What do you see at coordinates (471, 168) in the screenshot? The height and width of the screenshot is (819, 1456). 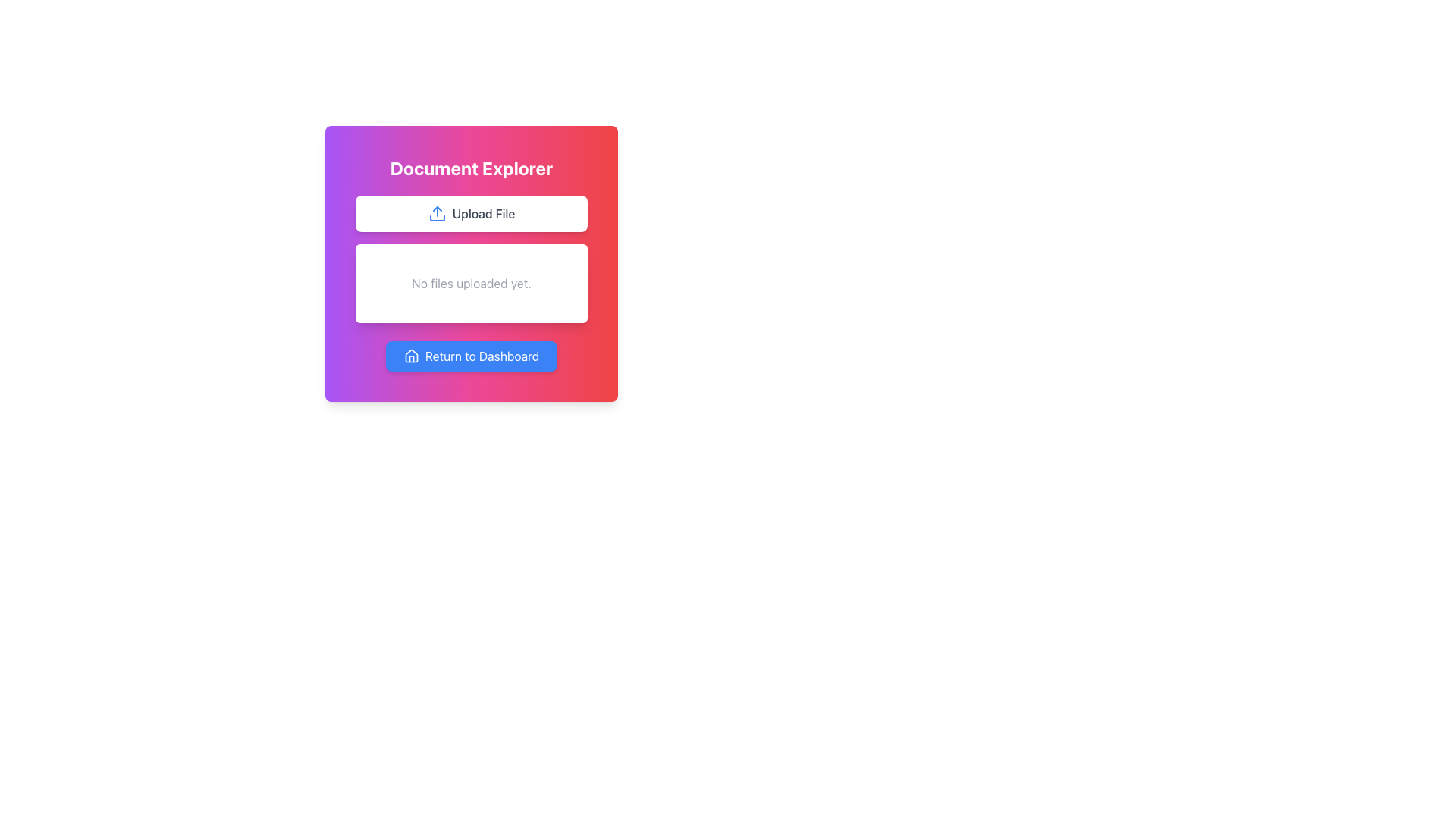 I see `the Text Label that serves as the title or header of the section, positioned above the 'Upload File' button` at bounding box center [471, 168].